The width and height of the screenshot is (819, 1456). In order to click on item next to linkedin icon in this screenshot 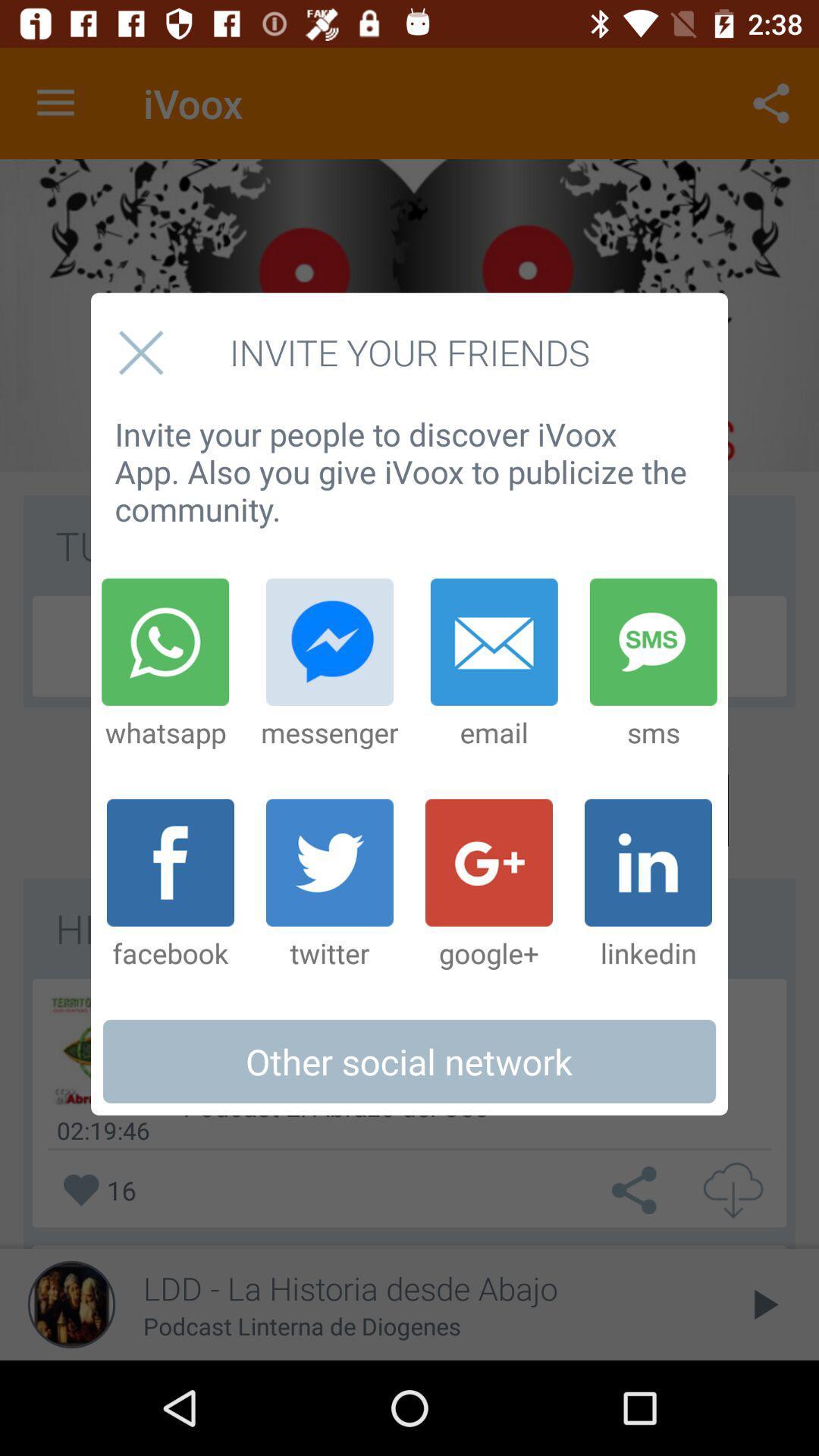, I will do `click(488, 885)`.